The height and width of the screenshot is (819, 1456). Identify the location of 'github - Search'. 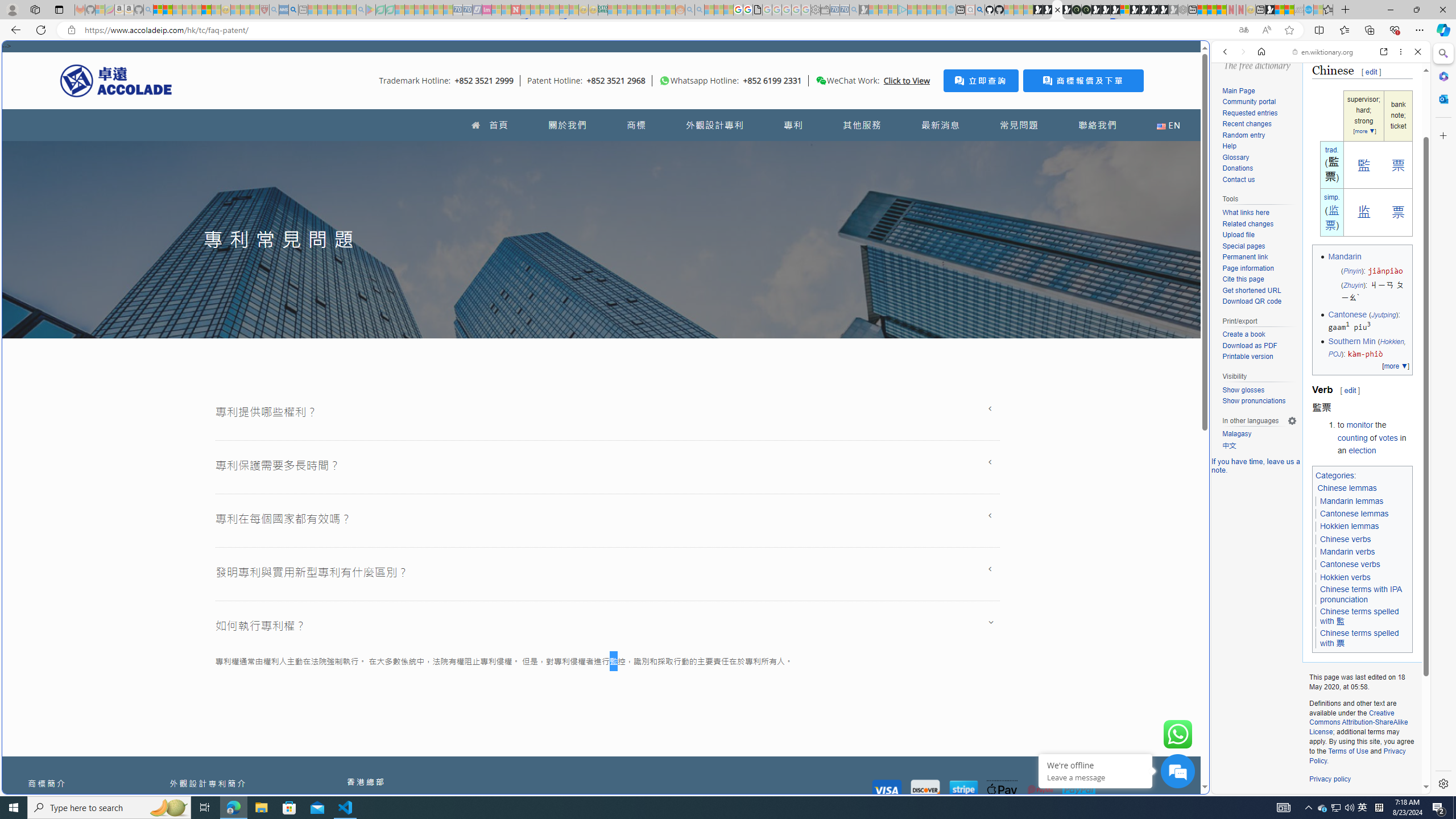
(979, 9).